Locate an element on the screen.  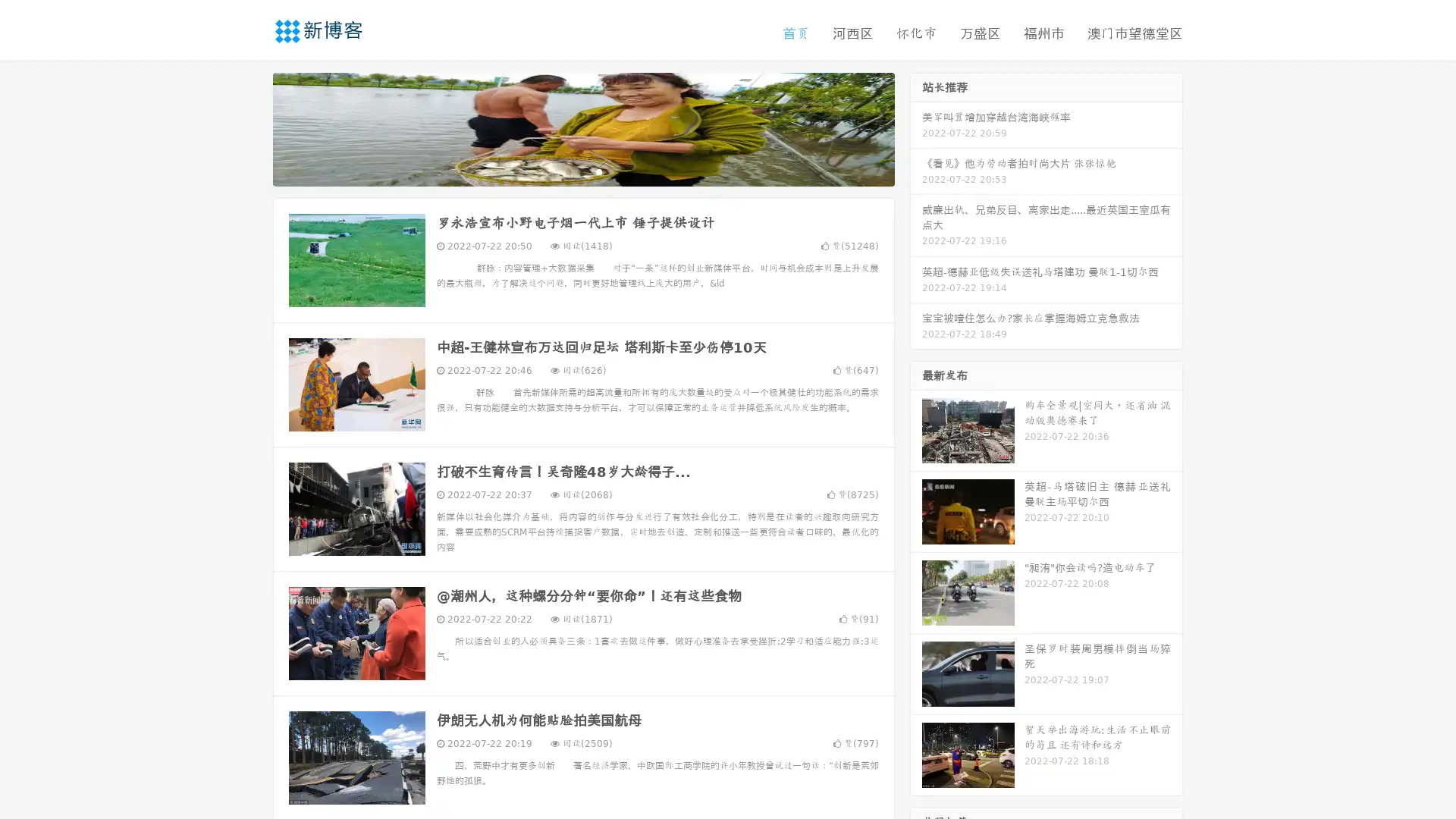
Go to slide 3 is located at coordinates (598, 171).